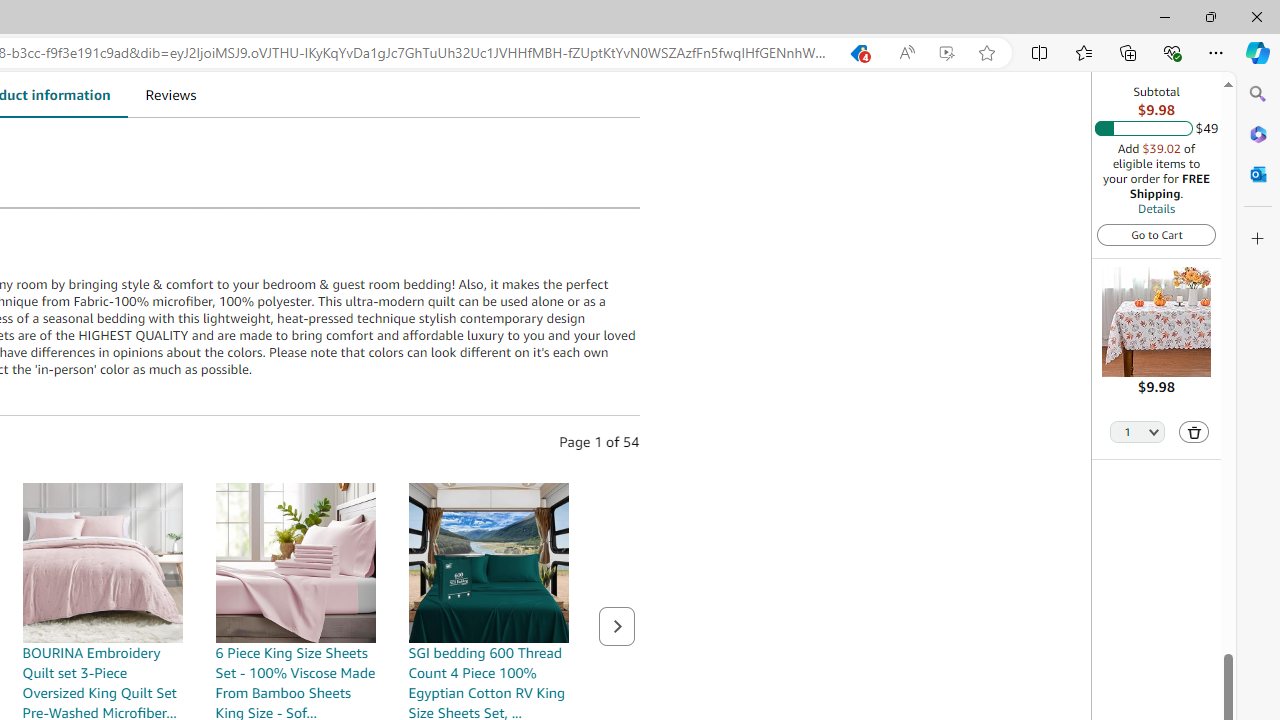 The height and width of the screenshot is (720, 1280). Describe the element at coordinates (1257, 173) in the screenshot. I see `'Outlook'` at that location.